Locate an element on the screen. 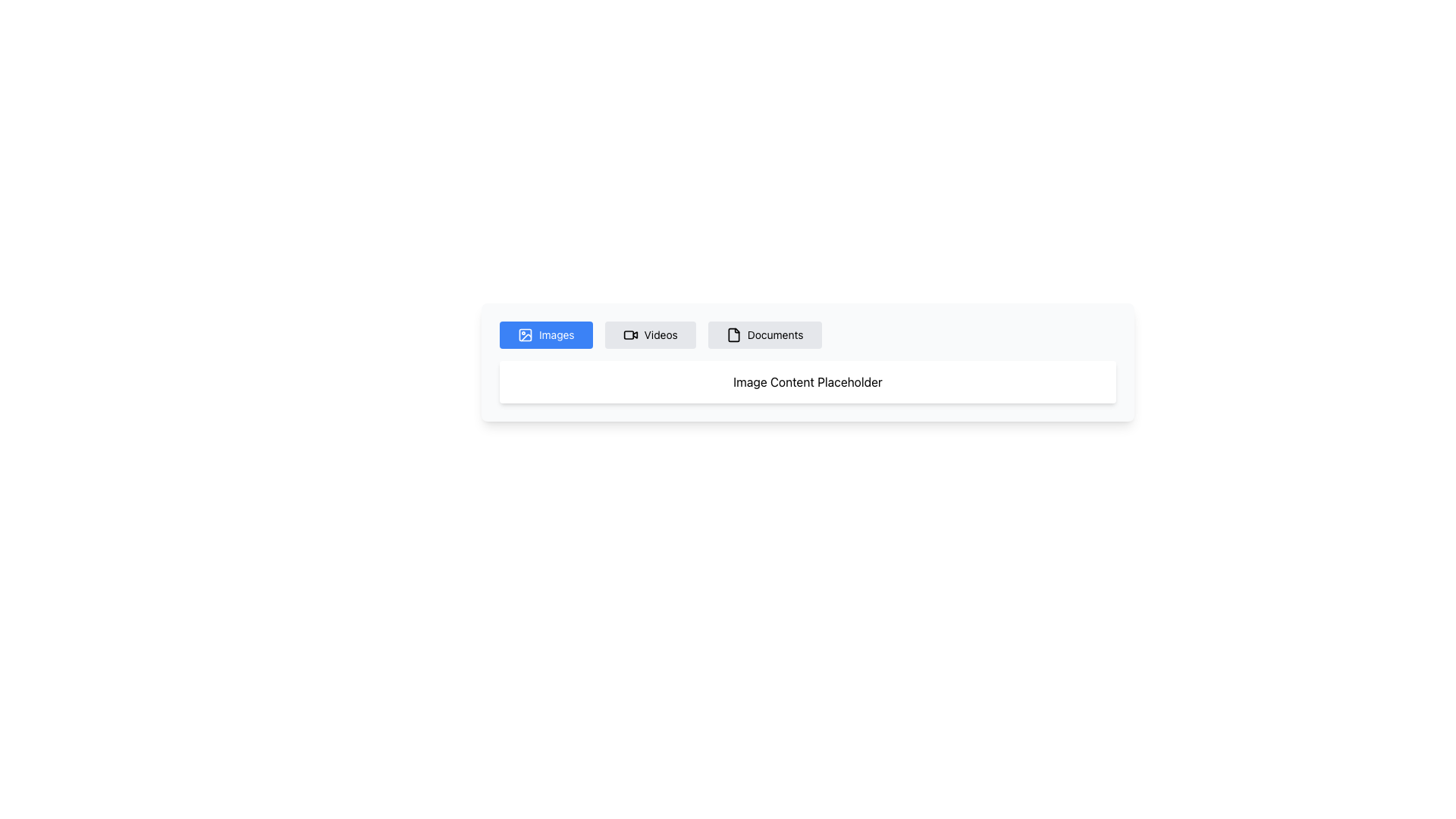  the 'Images' text label which is styled with white text inside a bright blue button, located near the upper left of the main content area, to interact with the button containing it is located at coordinates (556, 334).